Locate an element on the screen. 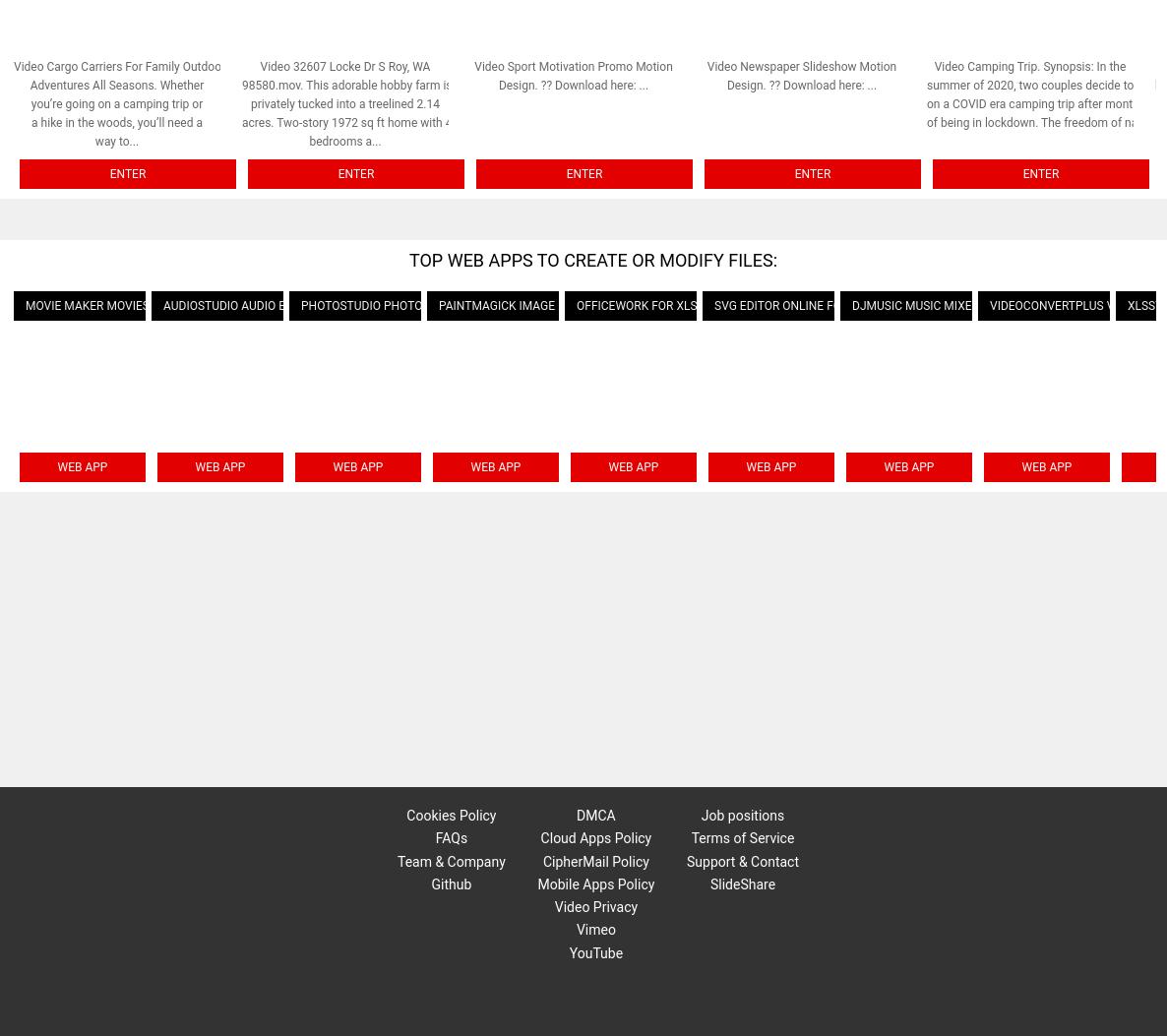 Image resolution: width=1167 pixels, height=1036 pixels. 'Video 32607 Locke Dr S Roy, WA' is located at coordinates (344, 64).